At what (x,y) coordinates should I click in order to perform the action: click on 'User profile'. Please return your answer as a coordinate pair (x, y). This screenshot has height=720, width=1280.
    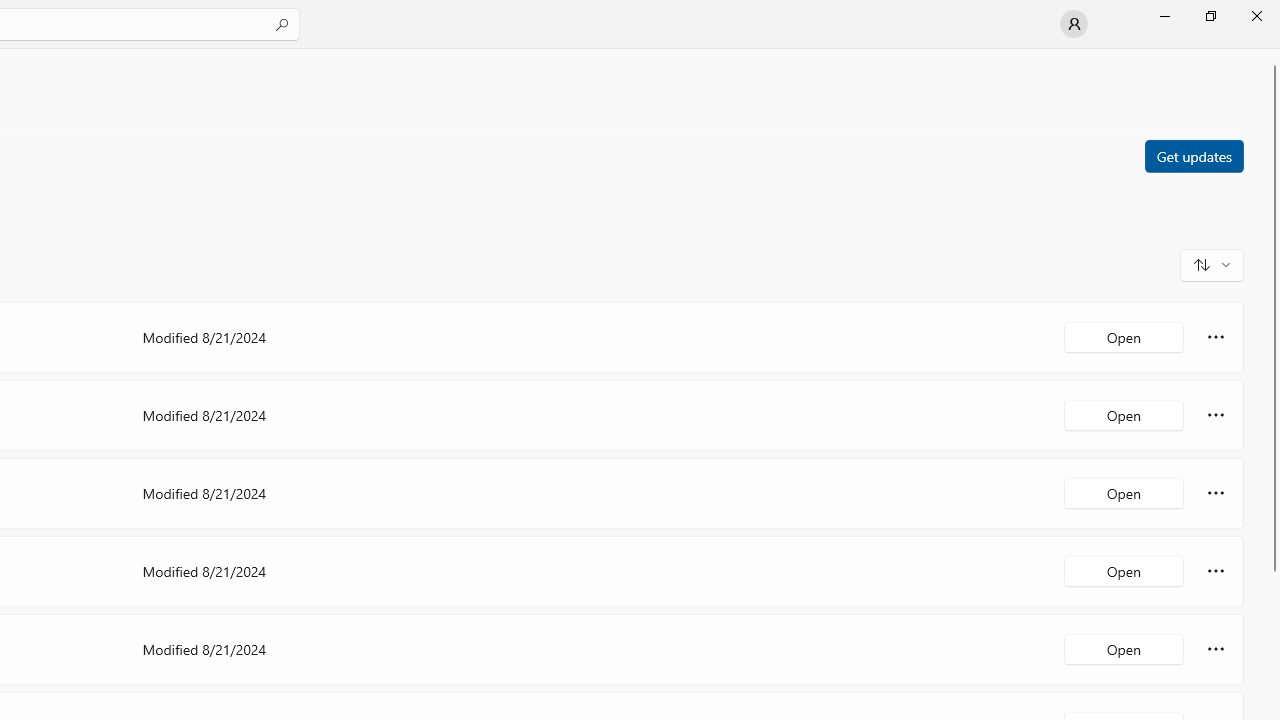
    Looking at the image, I should click on (1072, 24).